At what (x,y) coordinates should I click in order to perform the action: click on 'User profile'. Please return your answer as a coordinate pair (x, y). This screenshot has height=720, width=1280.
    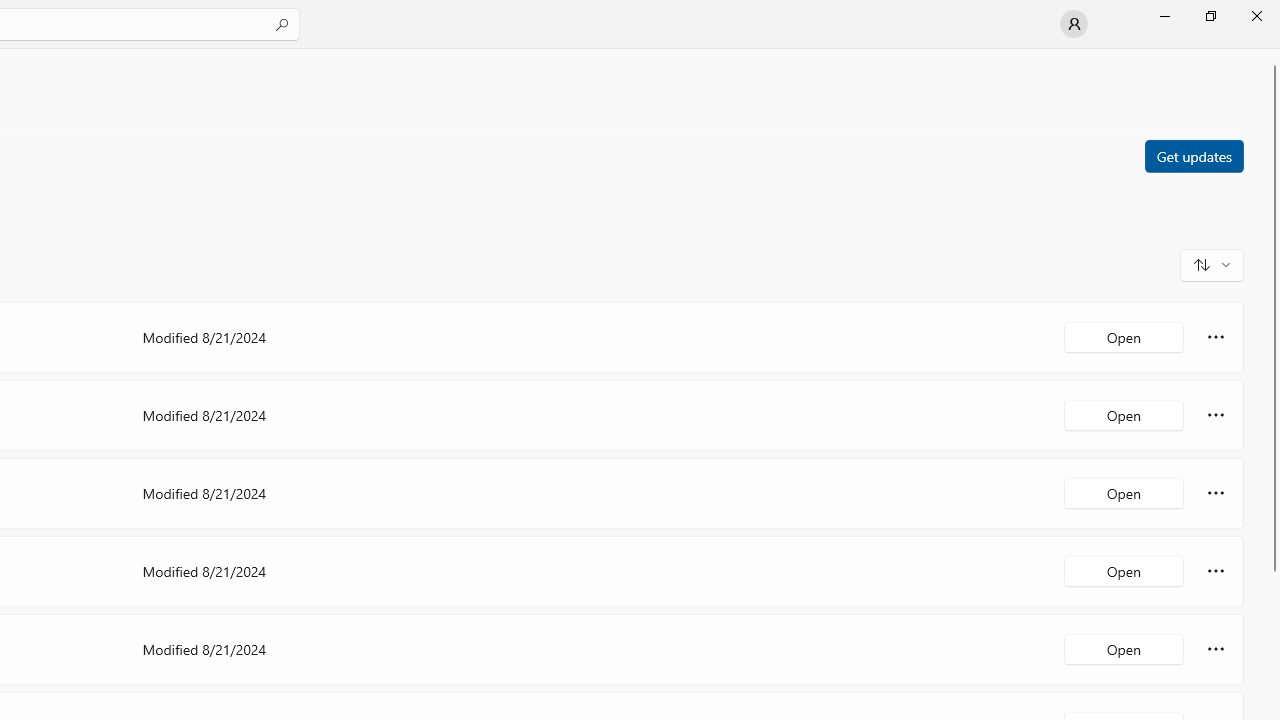
    Looking at the image, I should click on (1072, 24).